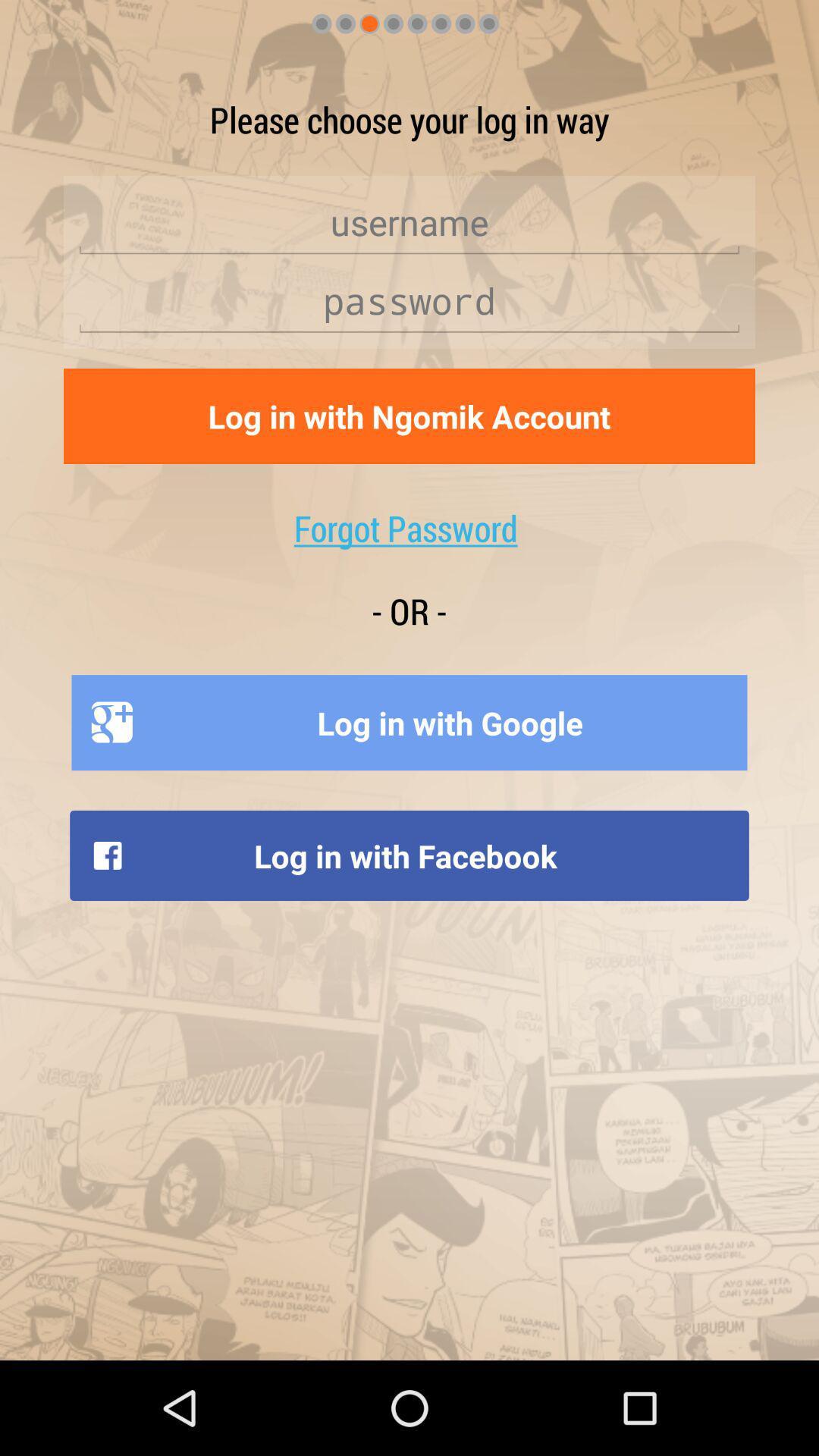 Image resolution: width=819 pixels, height=1456 pixels. I want to click on username text box, so click(409, 221).